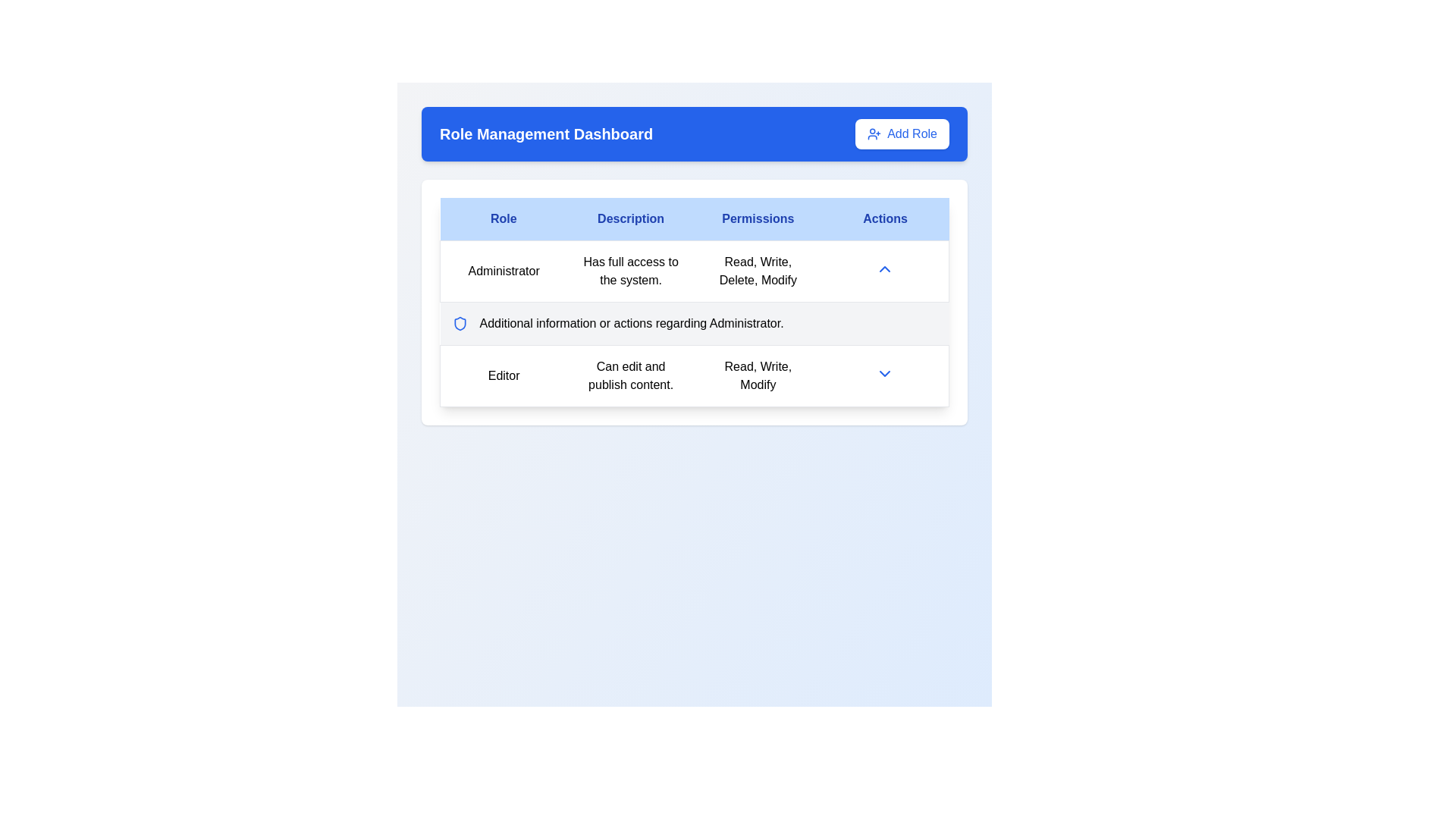  What do you see at coordinates (631, 219) in the screenshot?
I see `the 'Description' label in the header row, which is styled with a light blue background and bold blue text, positioned centrally between 'Role' and 'Permissions'` at bounding box center [631, 219].